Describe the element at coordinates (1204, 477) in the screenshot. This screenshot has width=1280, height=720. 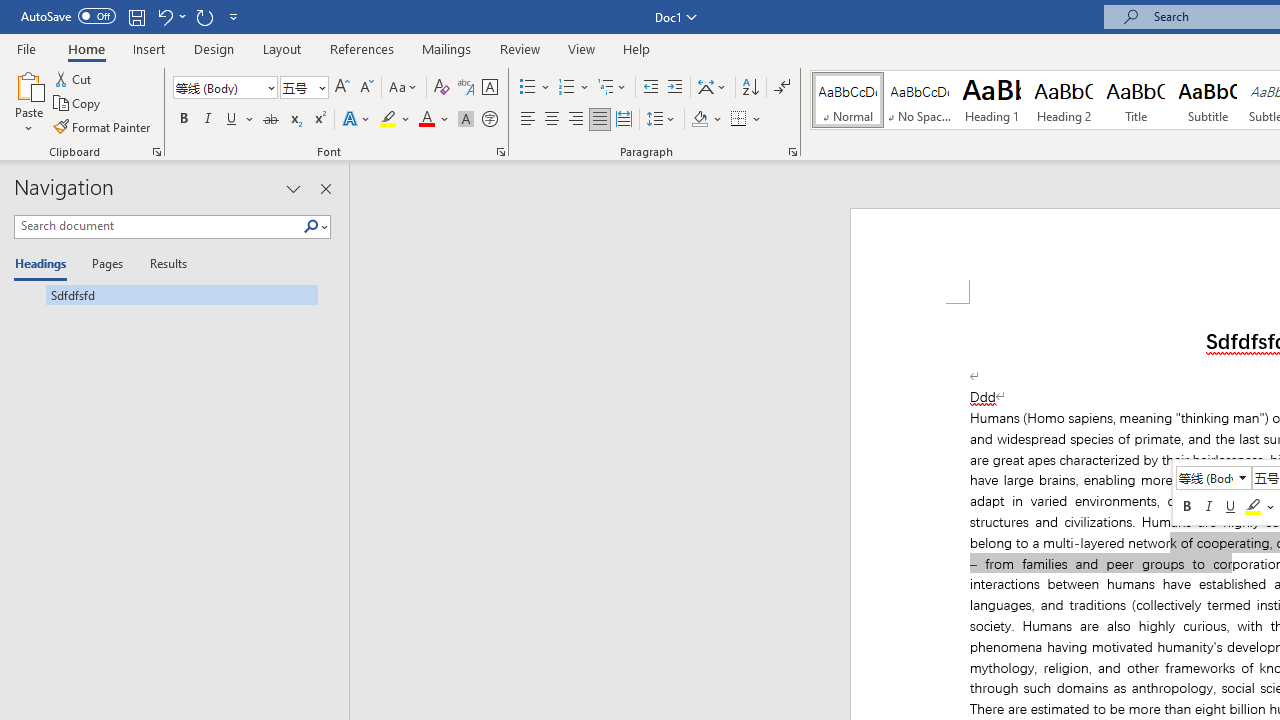
I see `'Class: NetUITextbox'` at that location.